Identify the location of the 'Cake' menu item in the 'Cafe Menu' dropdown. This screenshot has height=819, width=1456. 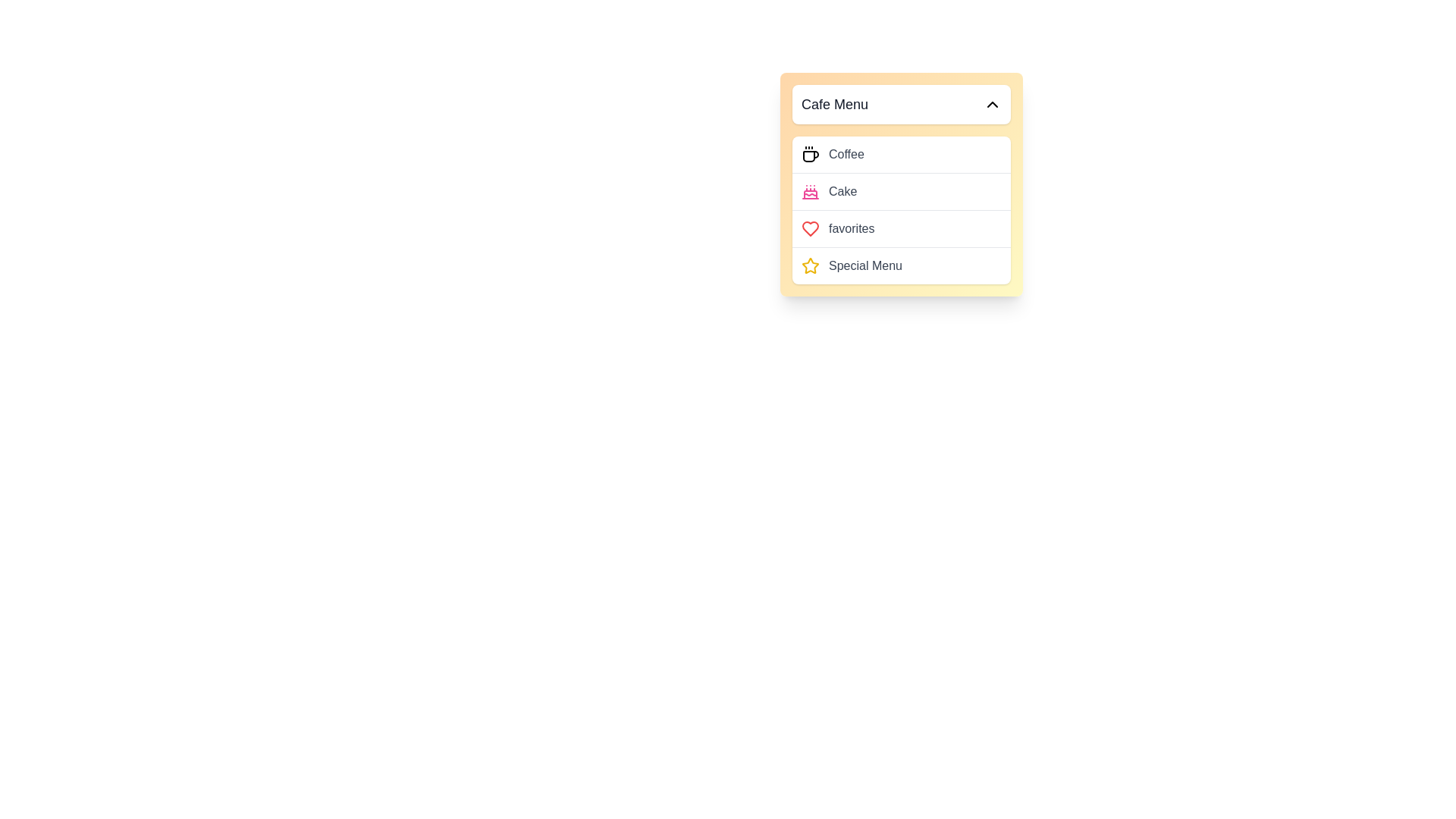
(902, 190).